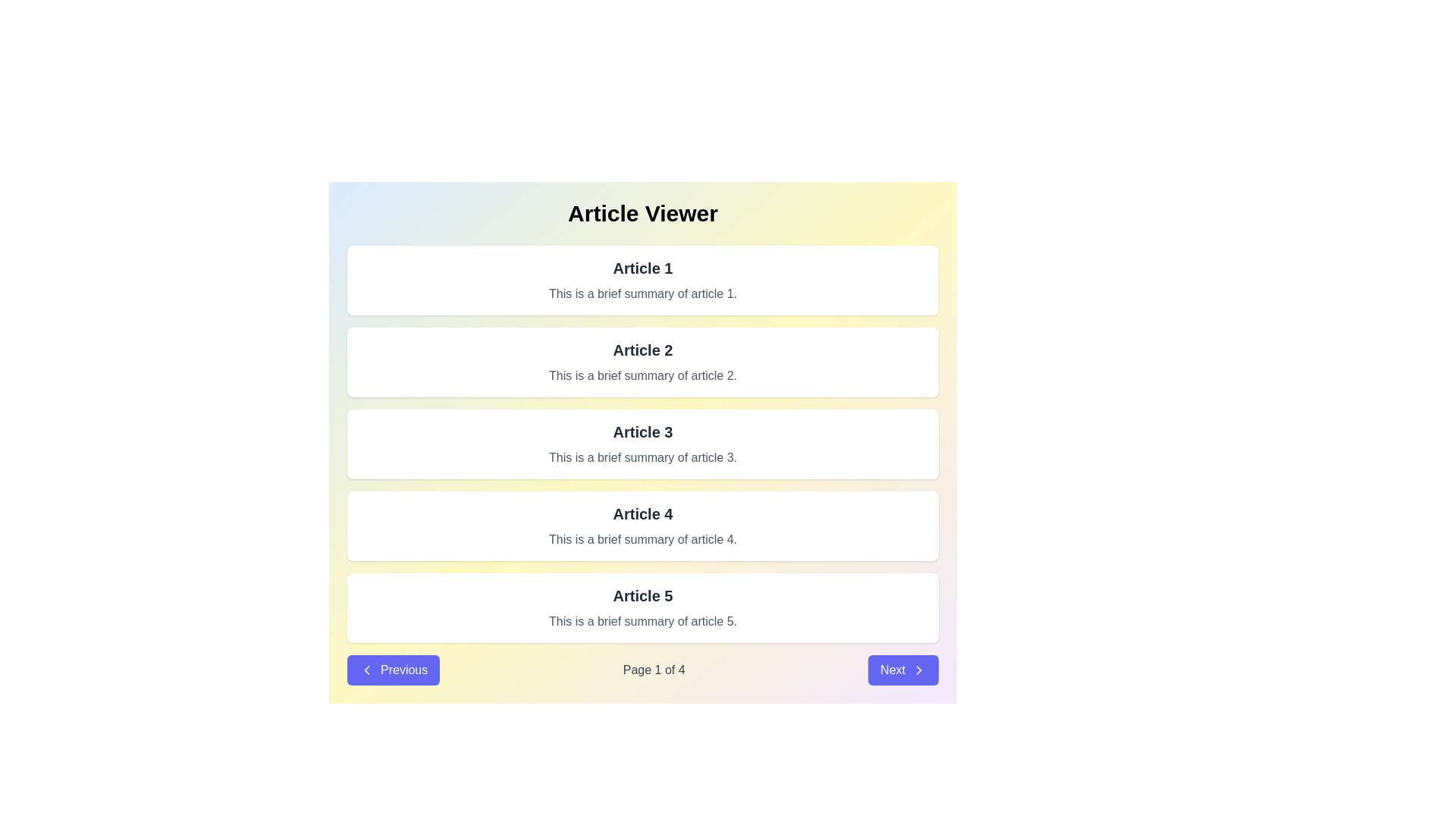 The width and height of the screenshot is (1456, 819). I want to click on the 'Previous' button label, which indicates its function to navigate to the previous set of content or page, so click(404, 669).